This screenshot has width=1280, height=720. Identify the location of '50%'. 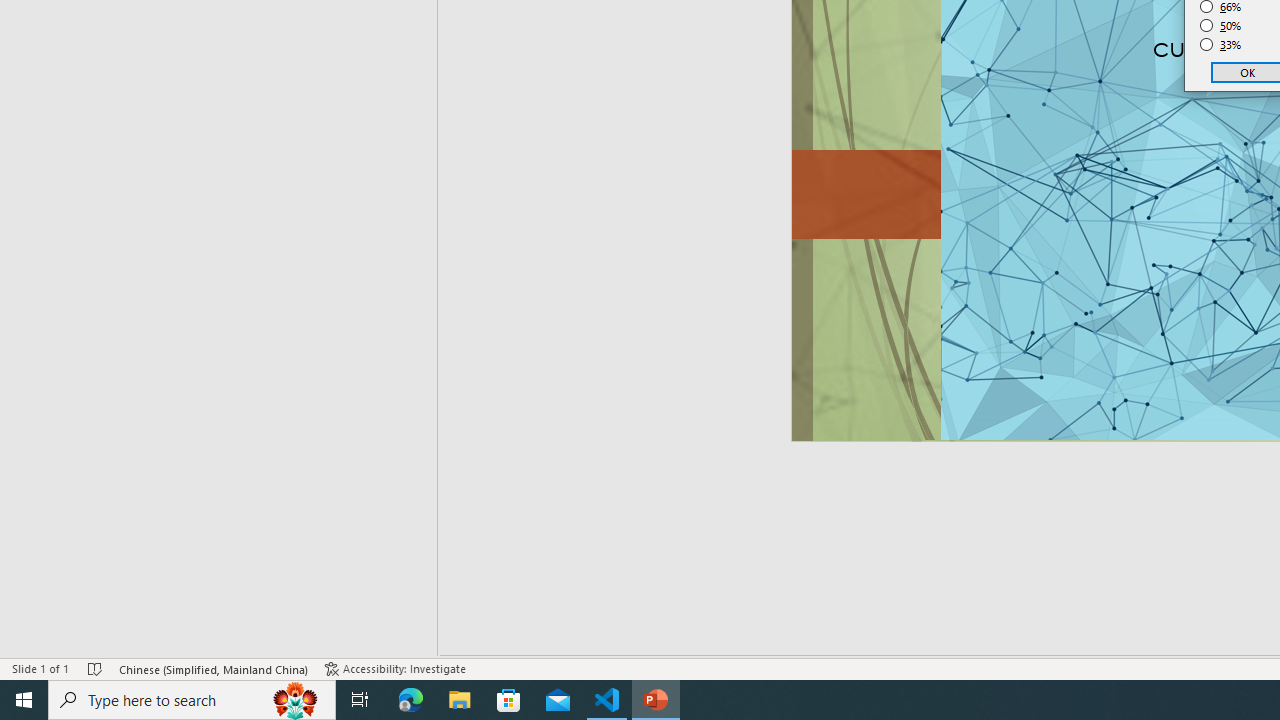
(1220, 25).